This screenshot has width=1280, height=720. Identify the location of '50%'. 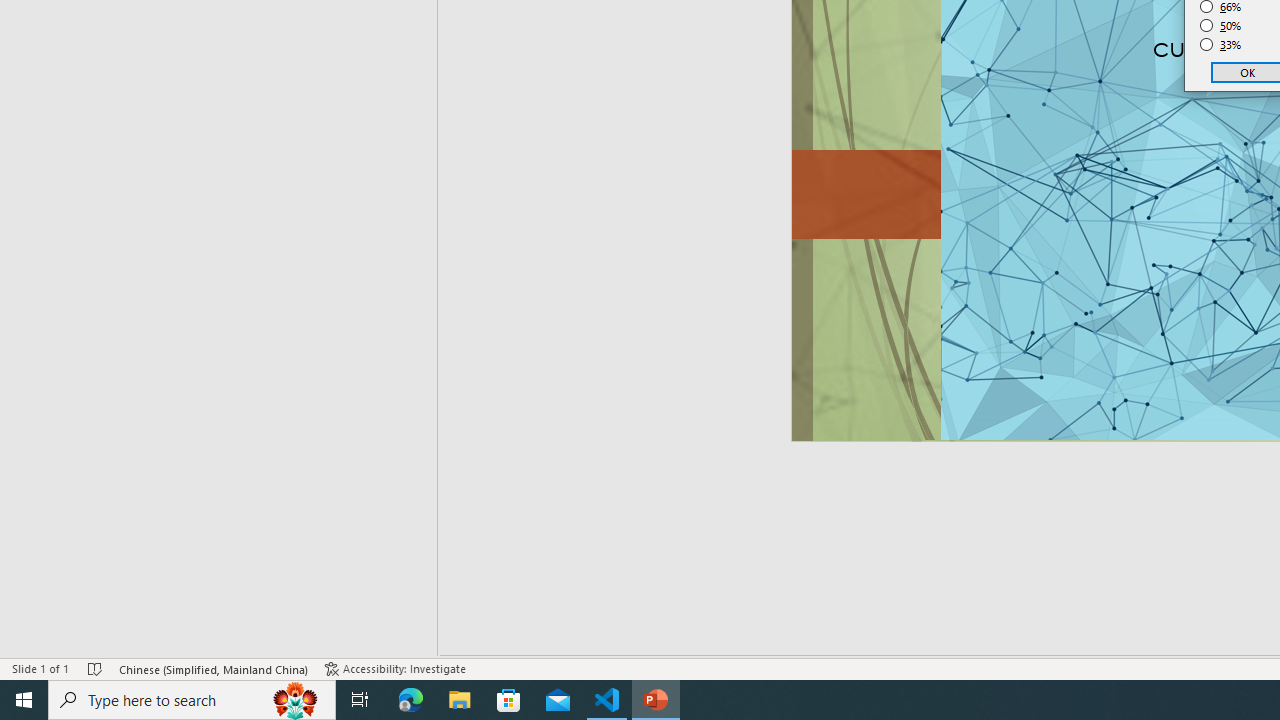
(1220, 25).